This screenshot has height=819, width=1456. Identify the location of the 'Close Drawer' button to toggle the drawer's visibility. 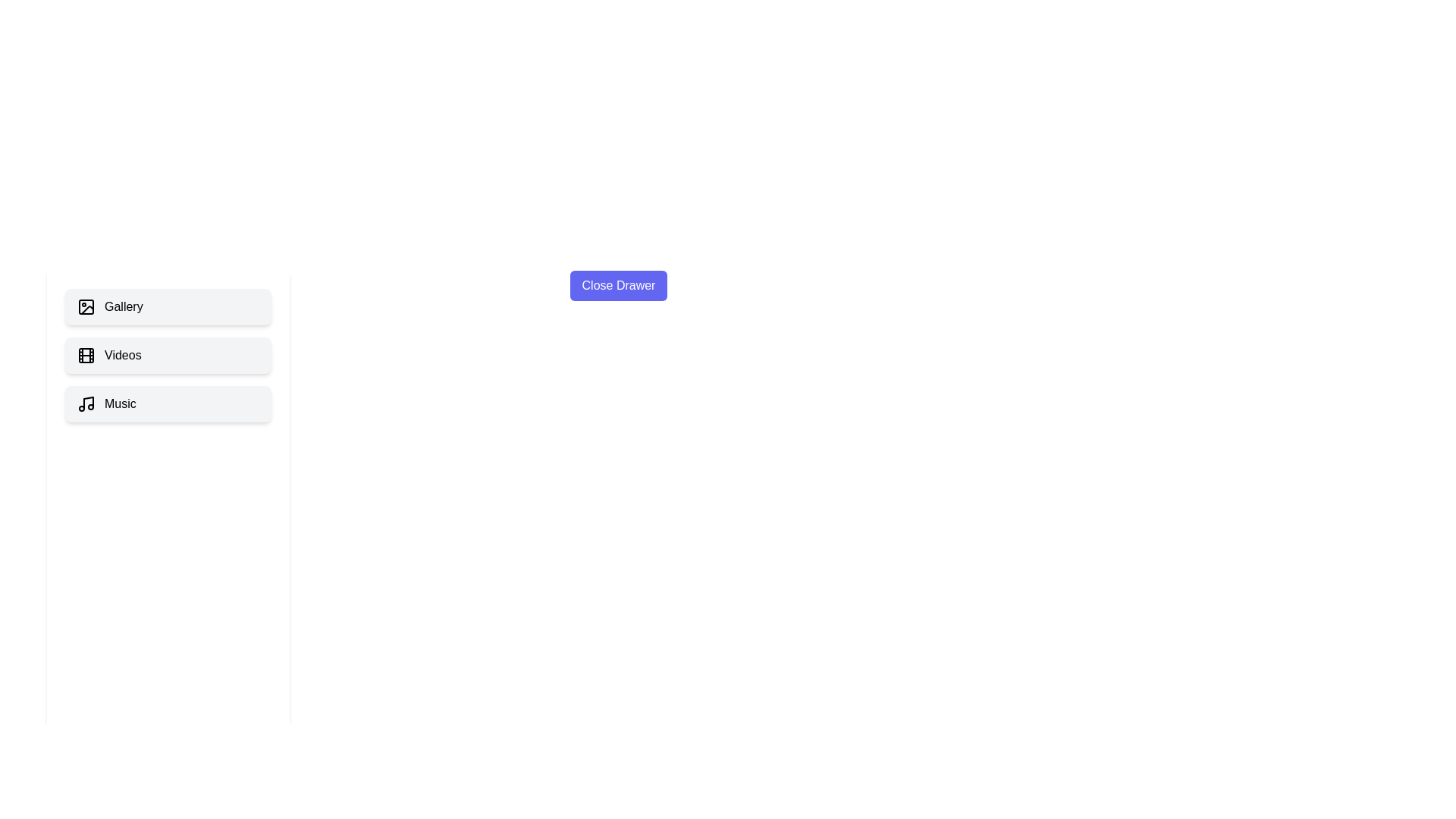
(619, 286).